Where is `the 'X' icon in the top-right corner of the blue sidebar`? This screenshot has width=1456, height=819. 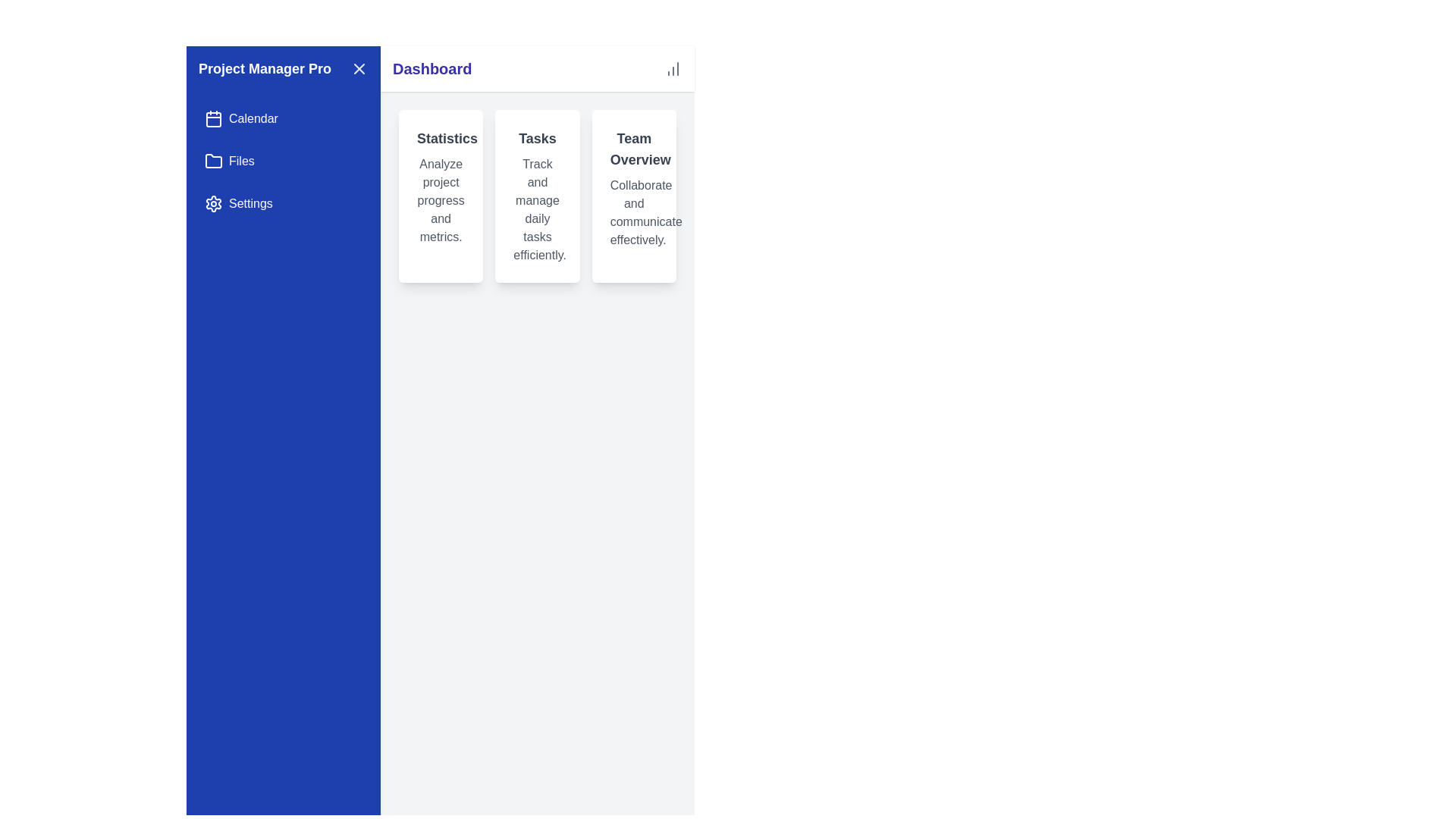
the 'X' icon in the top-right corner of the blue sidebar is located at coordinates (359, 69).